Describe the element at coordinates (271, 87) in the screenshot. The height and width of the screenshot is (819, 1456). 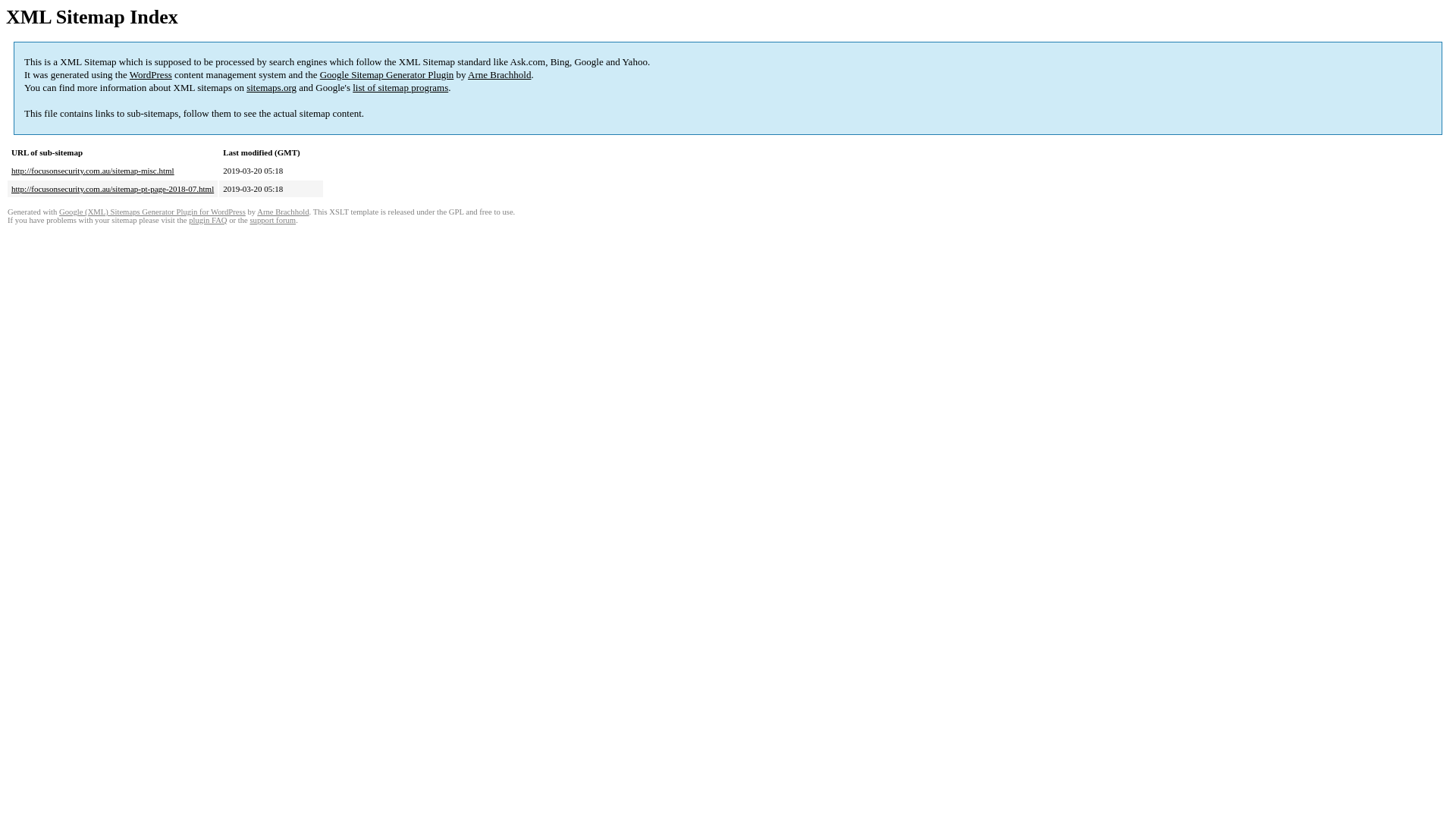
I see `'sitemaps.org'` at that location.